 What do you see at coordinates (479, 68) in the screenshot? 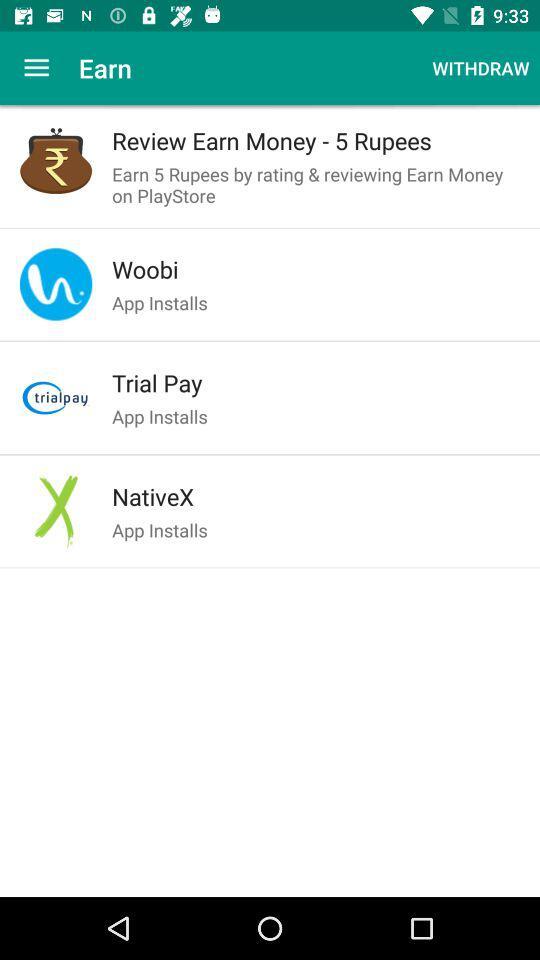
I see `icon to the right of earn item` at bounding box center [479, 68].